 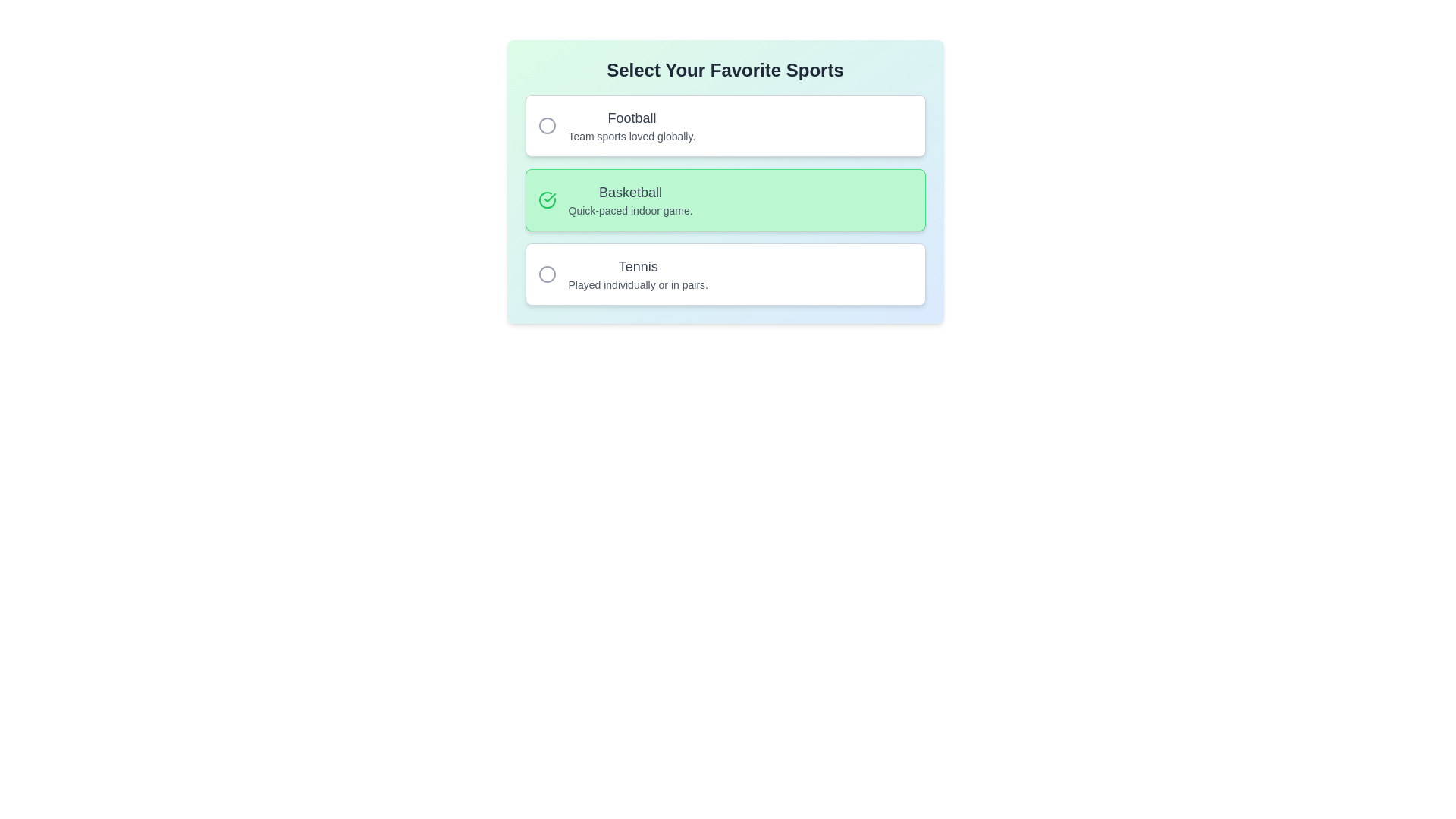 What do you see at coordinates (546, 275) in the screenshot?
I see `the unfilled circular radio button indicator associated with the 'Tennis' option` at bounding box center [546, 275].